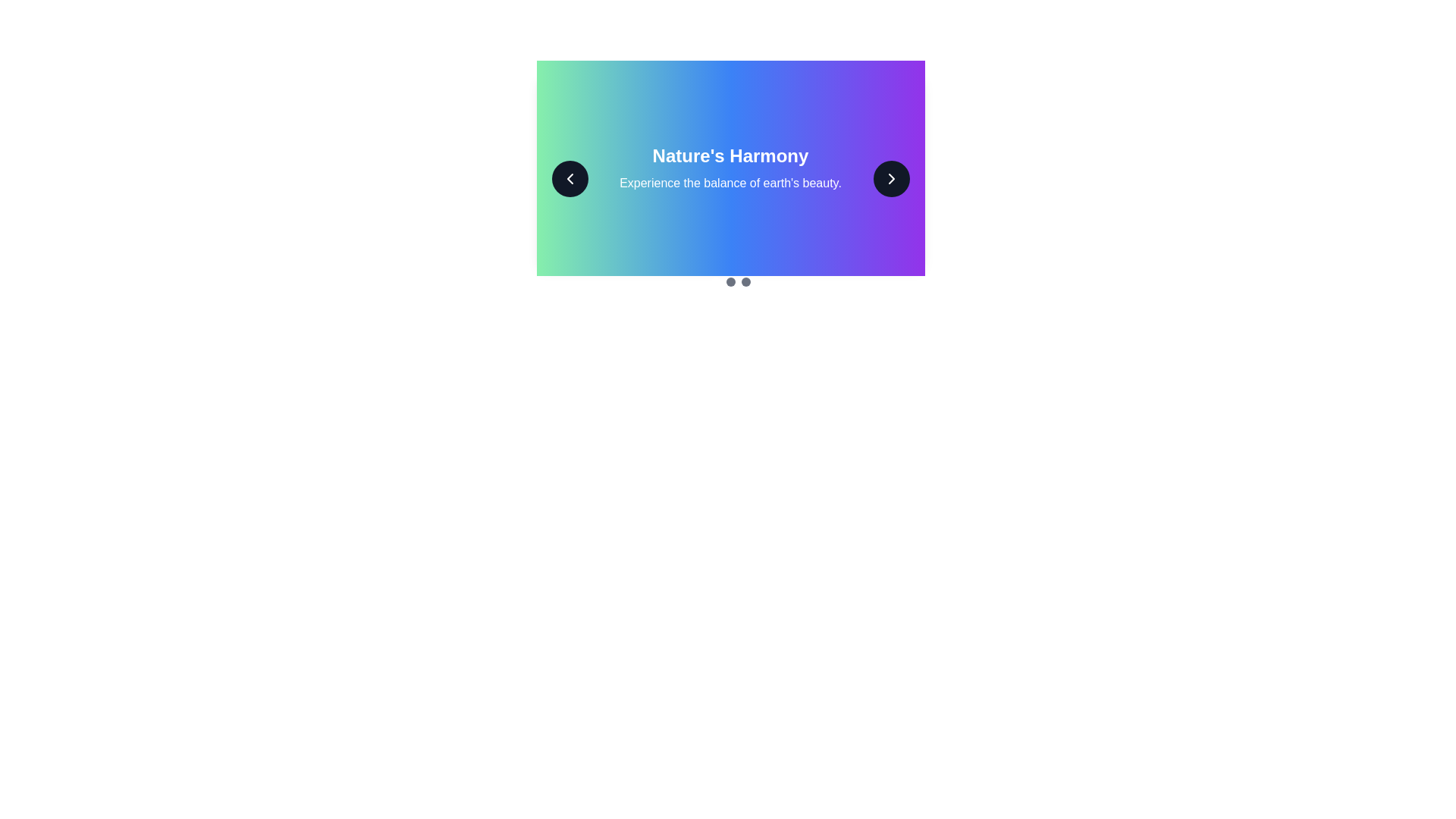 The width and height of the screenshot is (1456, 819). Describe the element at coordinates (714, 281) in the screenshot. I see `the first carousel indicator dot` at that location.